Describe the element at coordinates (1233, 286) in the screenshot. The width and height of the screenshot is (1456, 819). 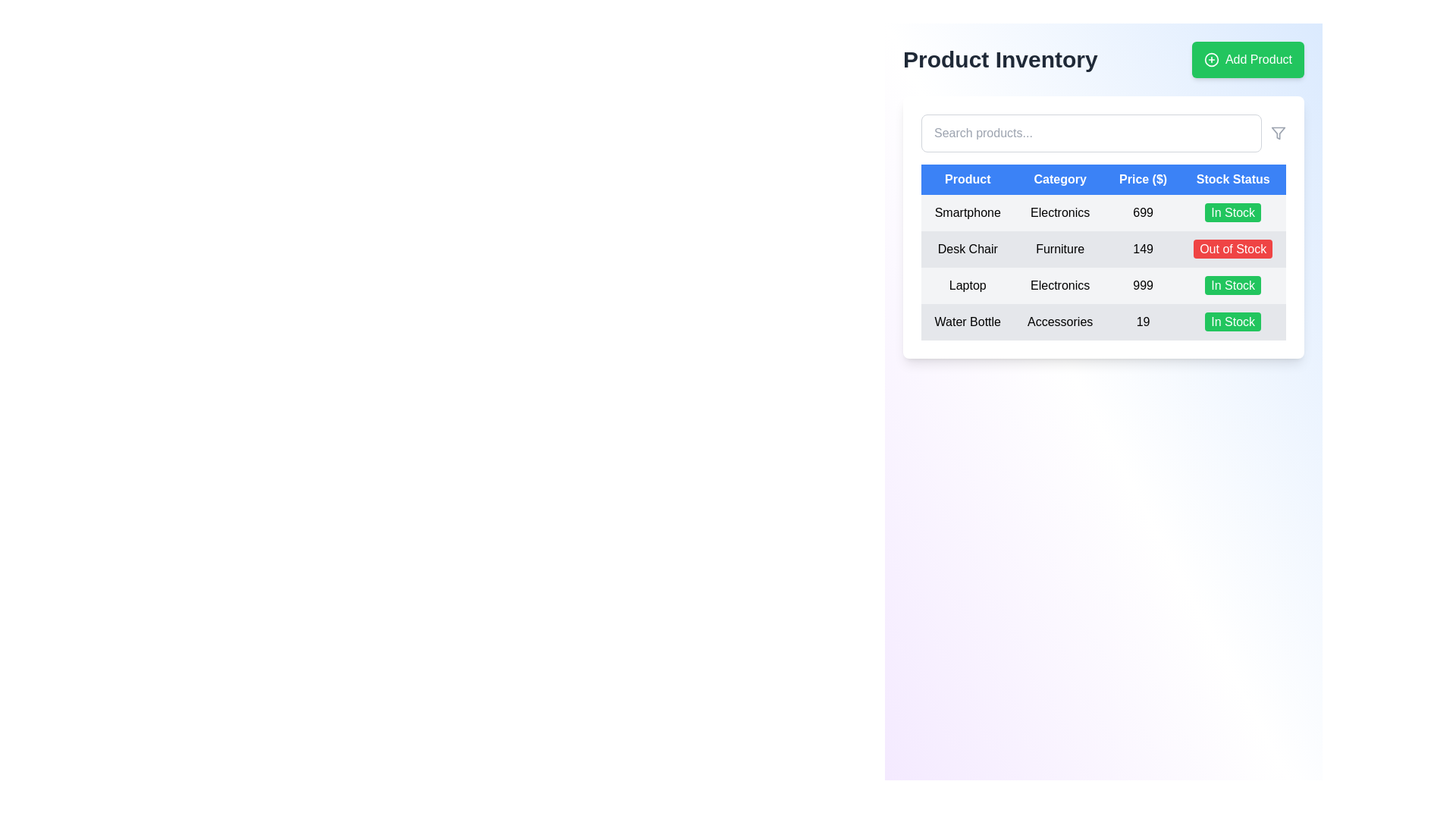
I see `'In Stock' badge, which is a rectangular badge with rounded corners, bright green background, and white text located in the fourth column of the third row in the table structure for the Laptop product entry` at that location.